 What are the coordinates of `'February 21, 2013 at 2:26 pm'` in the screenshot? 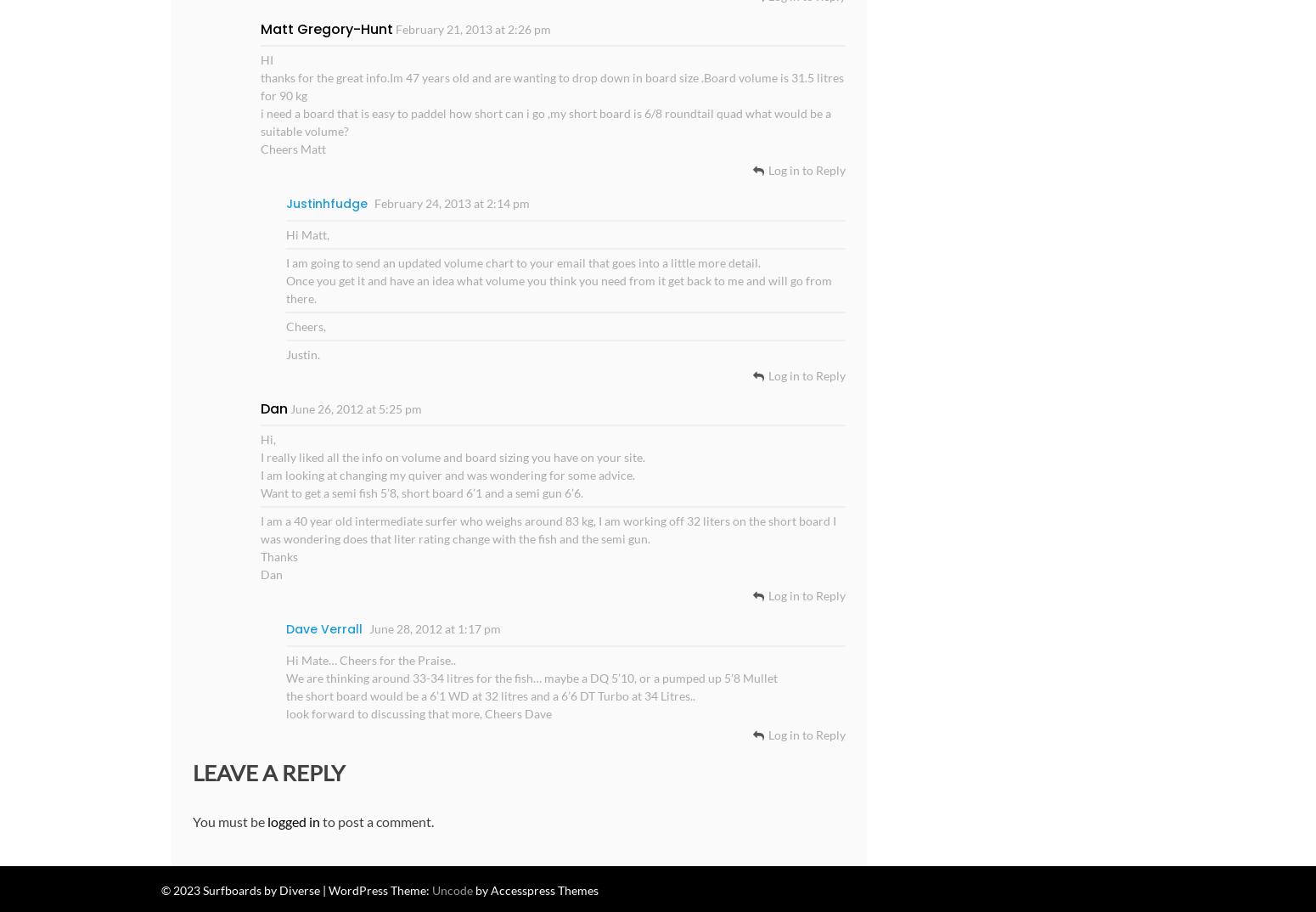 It's located at (472, 27).